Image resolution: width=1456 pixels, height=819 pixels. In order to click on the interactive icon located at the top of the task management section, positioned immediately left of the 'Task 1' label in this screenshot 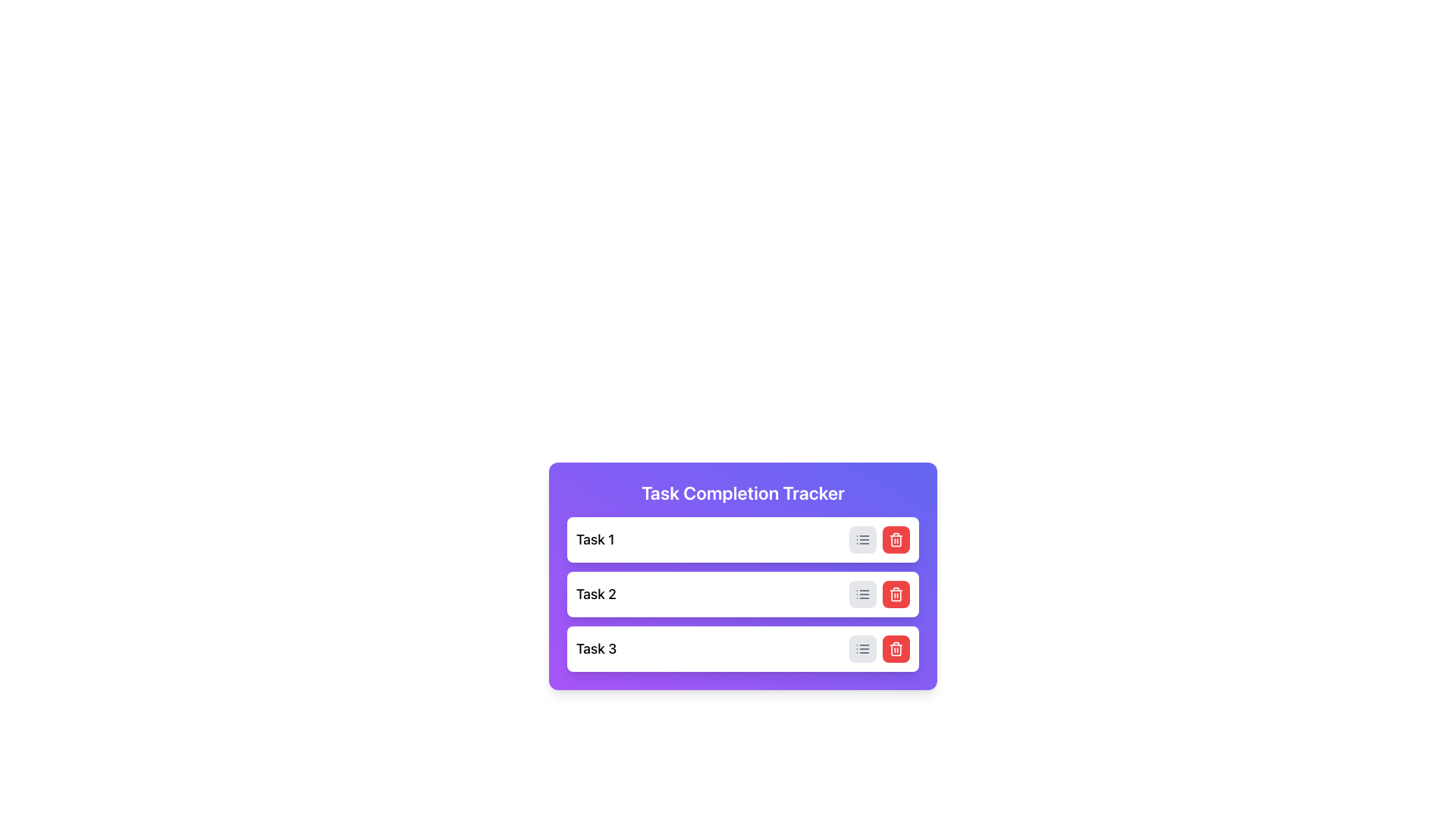, I will do `click(862, 593)`.